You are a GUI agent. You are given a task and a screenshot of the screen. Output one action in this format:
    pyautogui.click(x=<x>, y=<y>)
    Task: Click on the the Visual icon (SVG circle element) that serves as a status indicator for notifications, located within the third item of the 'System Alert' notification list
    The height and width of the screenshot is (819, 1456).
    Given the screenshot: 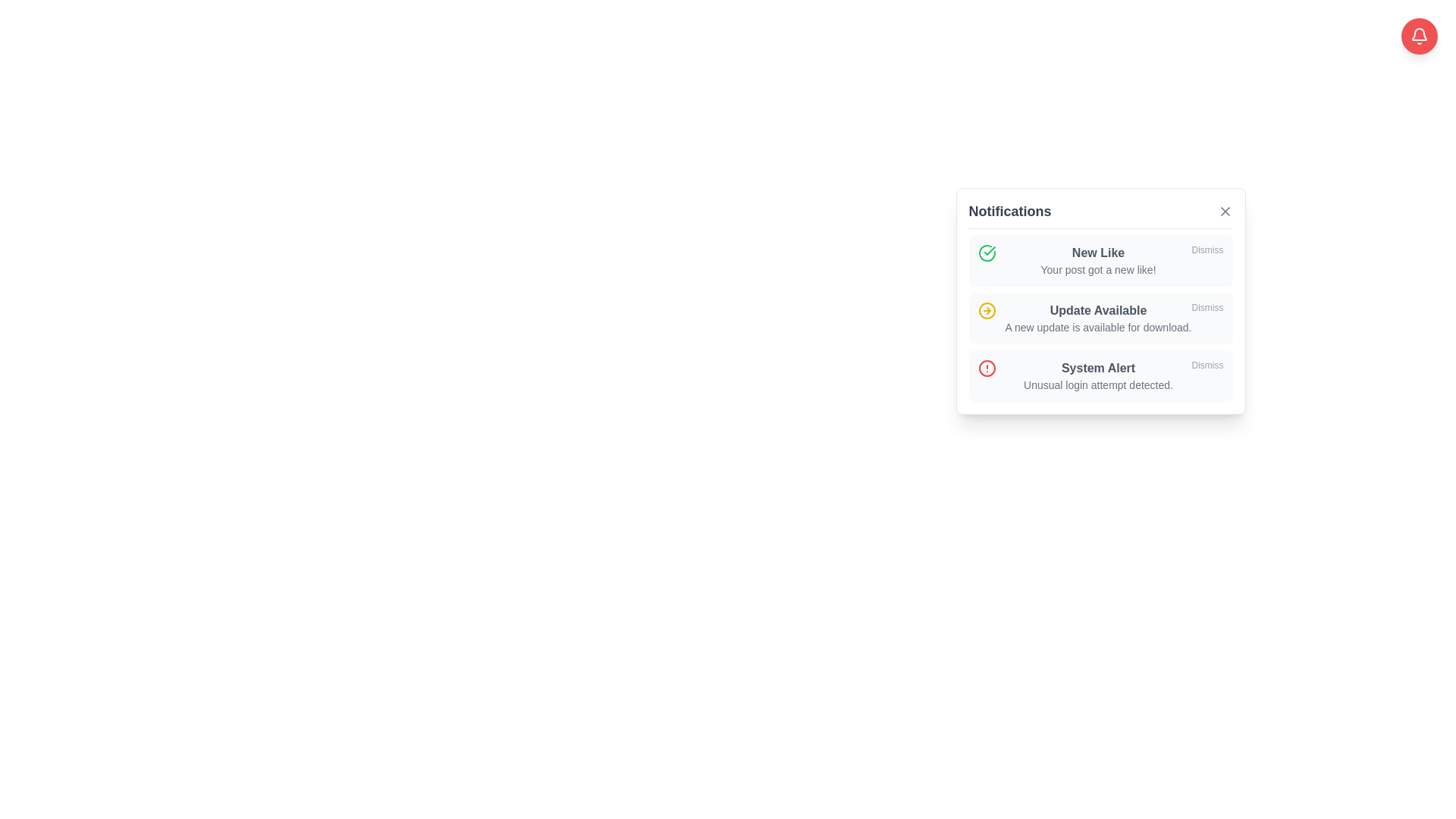 What is the action you would take?
    pyautogui.click(x=987, y=369)
    